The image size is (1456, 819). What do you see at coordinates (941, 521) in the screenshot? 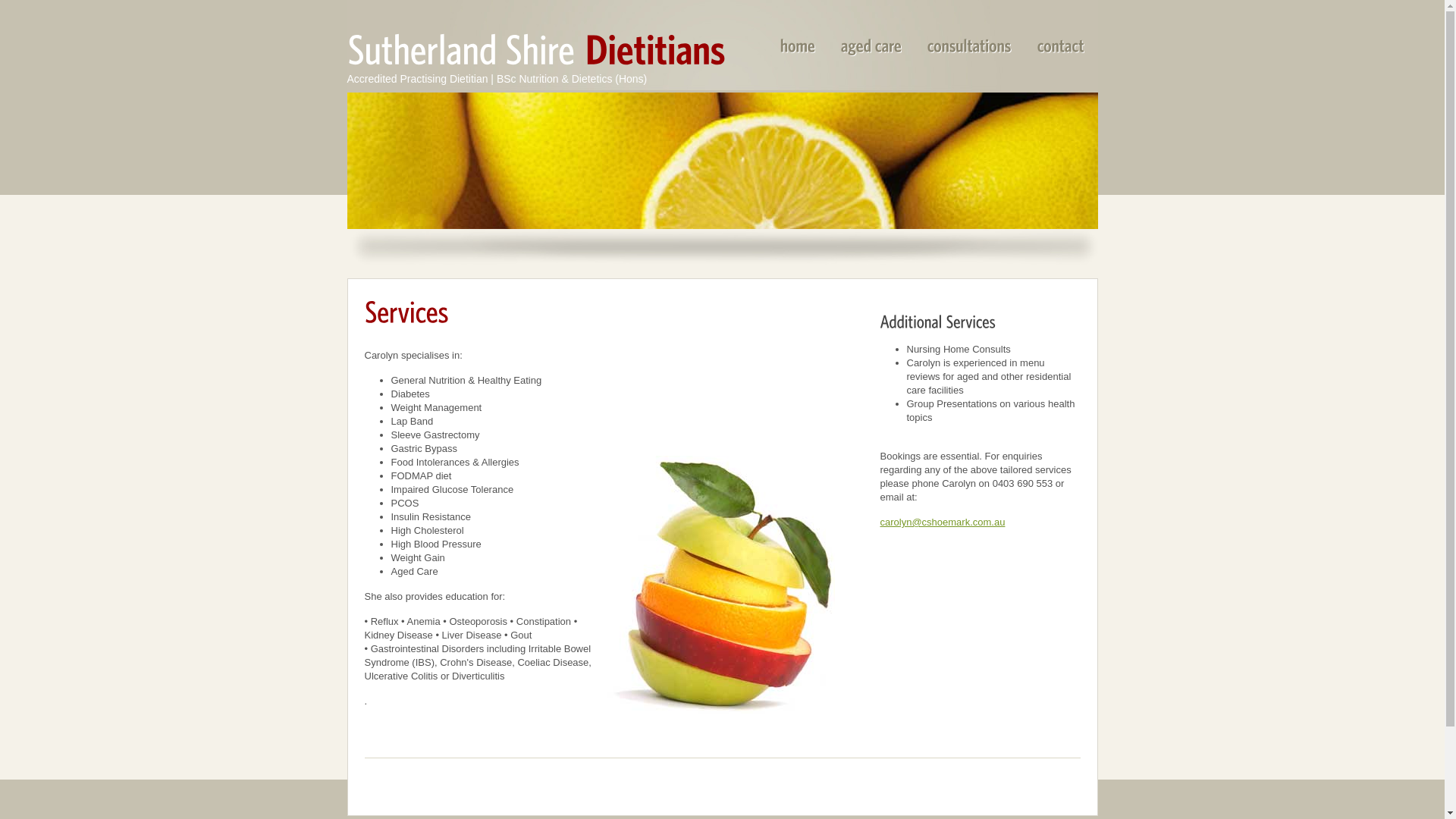
I see `'carolyn@cshoemark.com.au'` at bounding box center [941, 521].